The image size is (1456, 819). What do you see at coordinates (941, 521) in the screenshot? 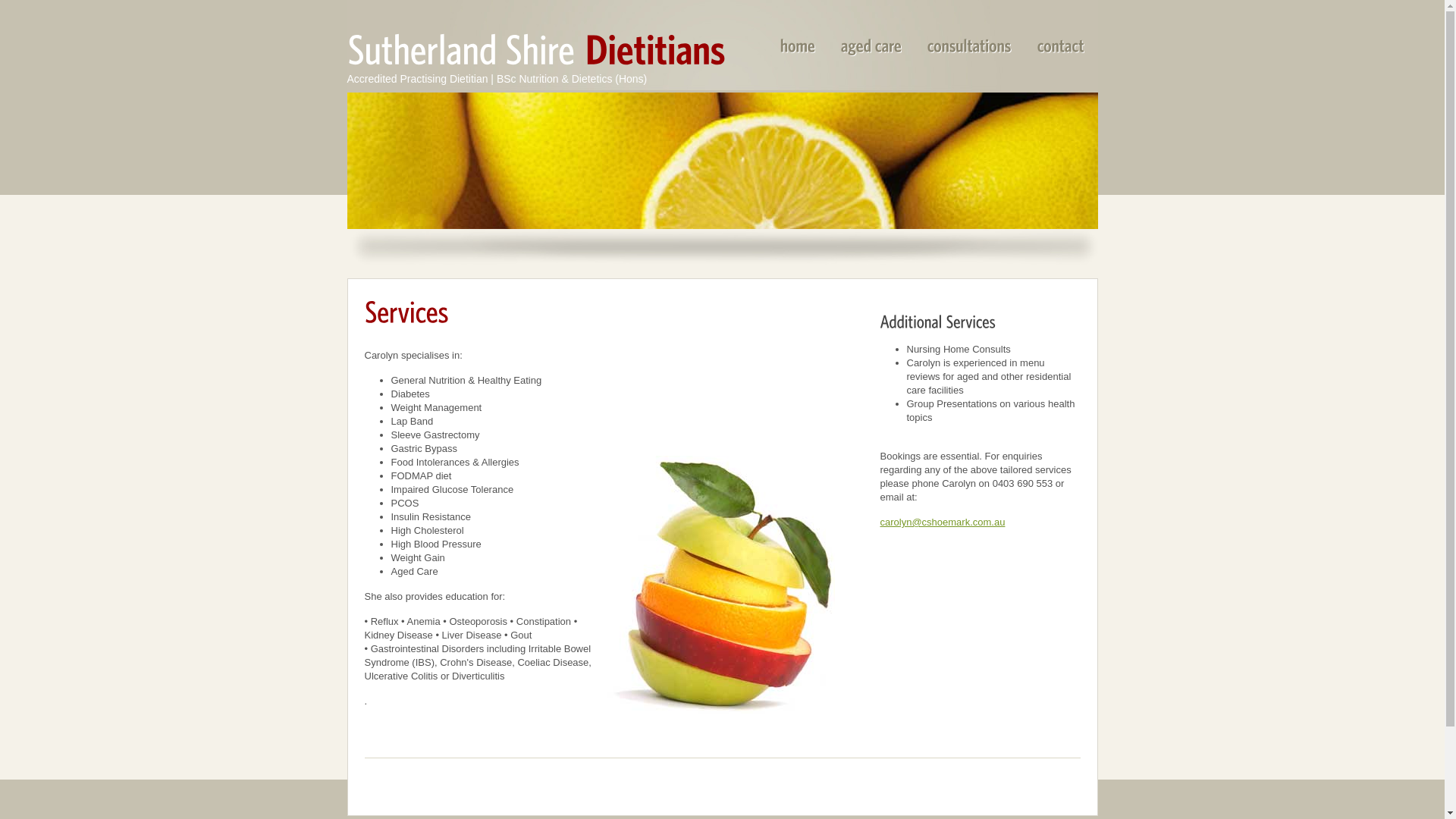
I see `'carolyn@cshoemark.com.au'` at bounding box center [941, 521].